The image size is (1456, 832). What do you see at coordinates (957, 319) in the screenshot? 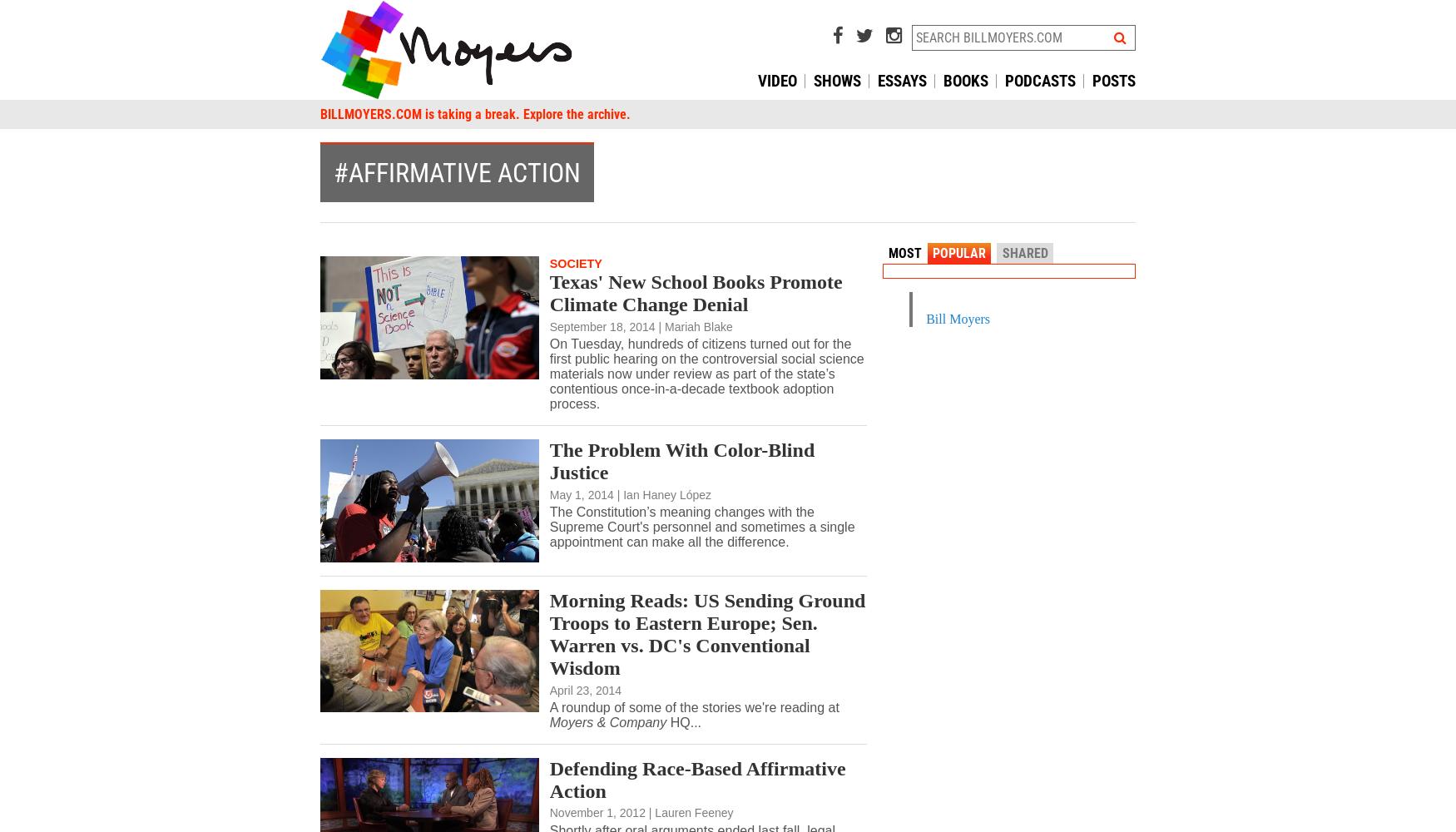
I see `'Bill Moyers'` at bounding box center [957, 319].